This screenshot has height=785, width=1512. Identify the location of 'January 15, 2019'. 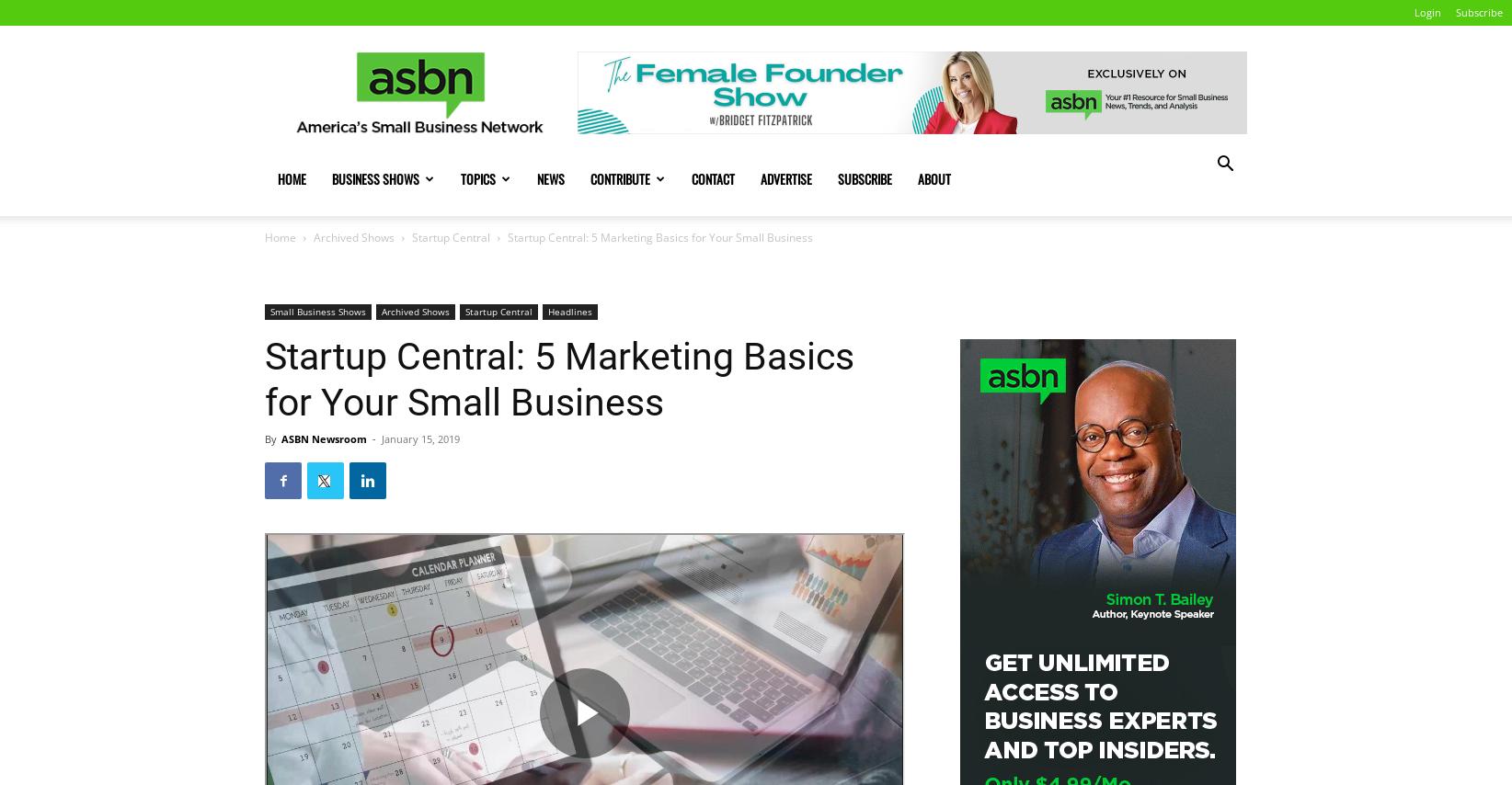
(420, 438).